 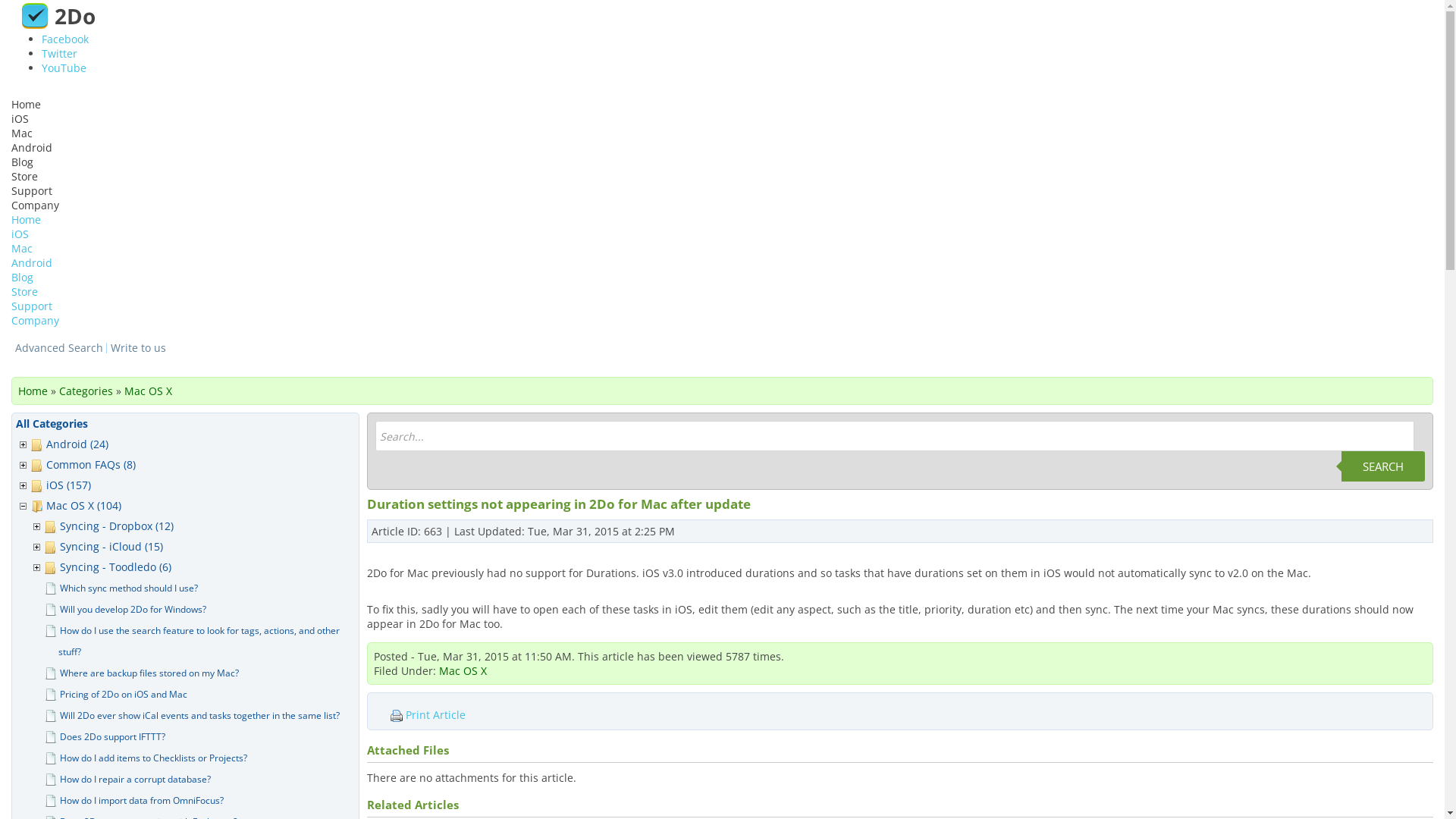 What do you see at coordinates (115, 736) in the screenshot?
I see `'Does 2Do support IFTTT?'` at bounding box center [115, 736].